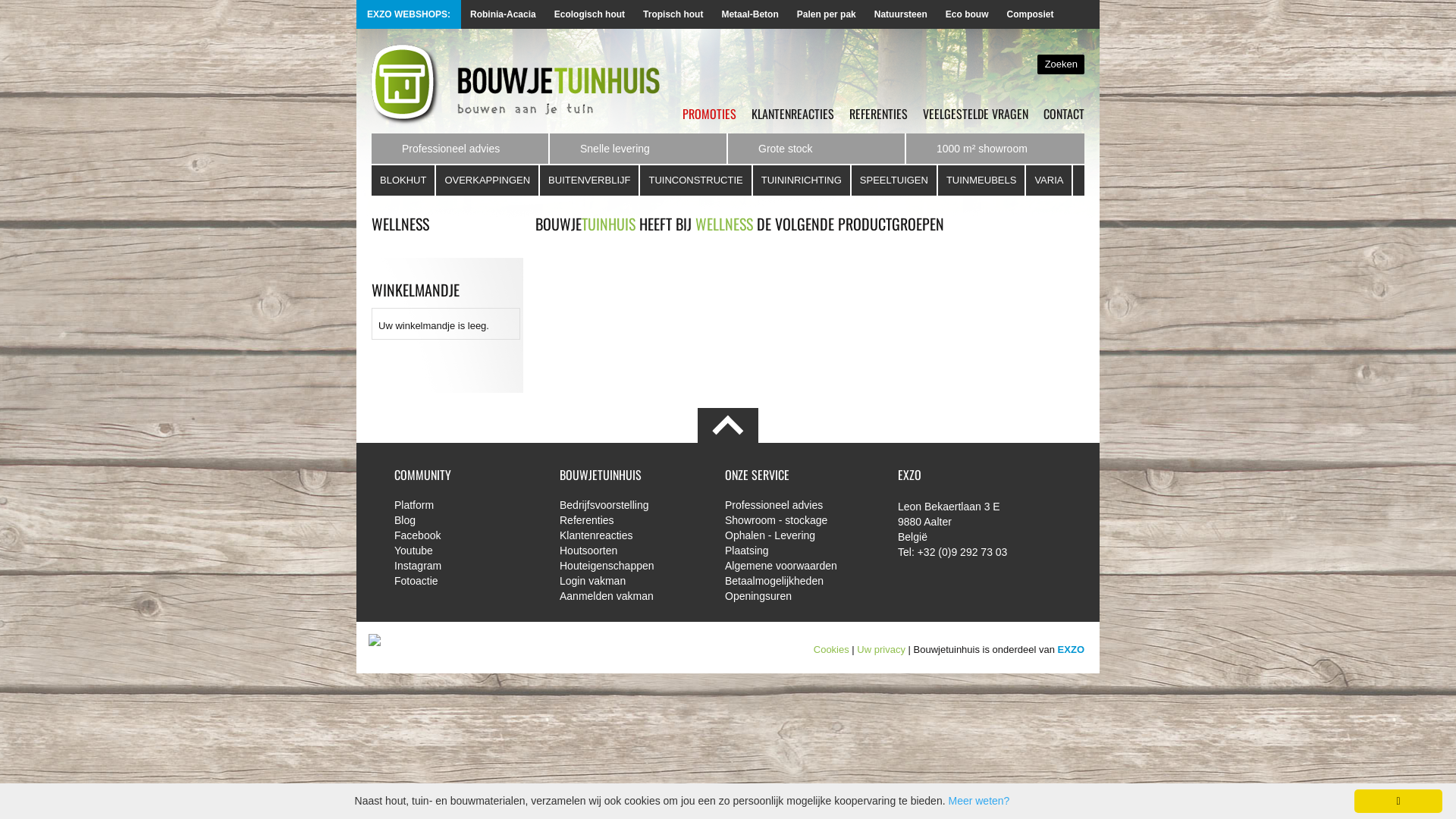 The width and height of the screenshot is (1456, 819). What do you see at coordinates (630, 580) in the screenshot?
I see `'Login vakman'` at bounding box center [630, 580].